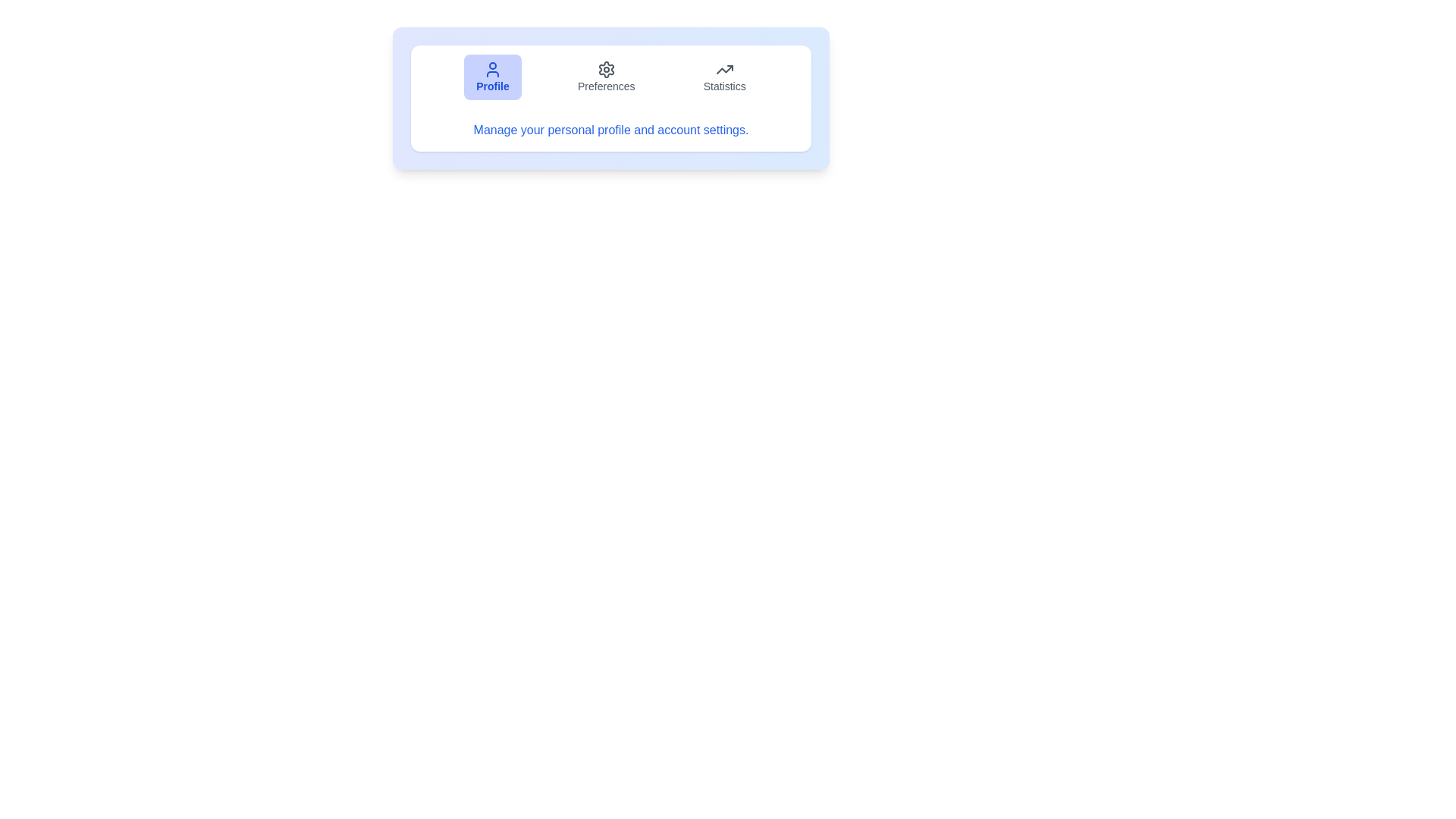 The width and height of the screenshot is (1456, 819). Describe the element at coordinates (723, 77) in the screenshot. I see `the Statistics tab by clicking on its button` at that location.